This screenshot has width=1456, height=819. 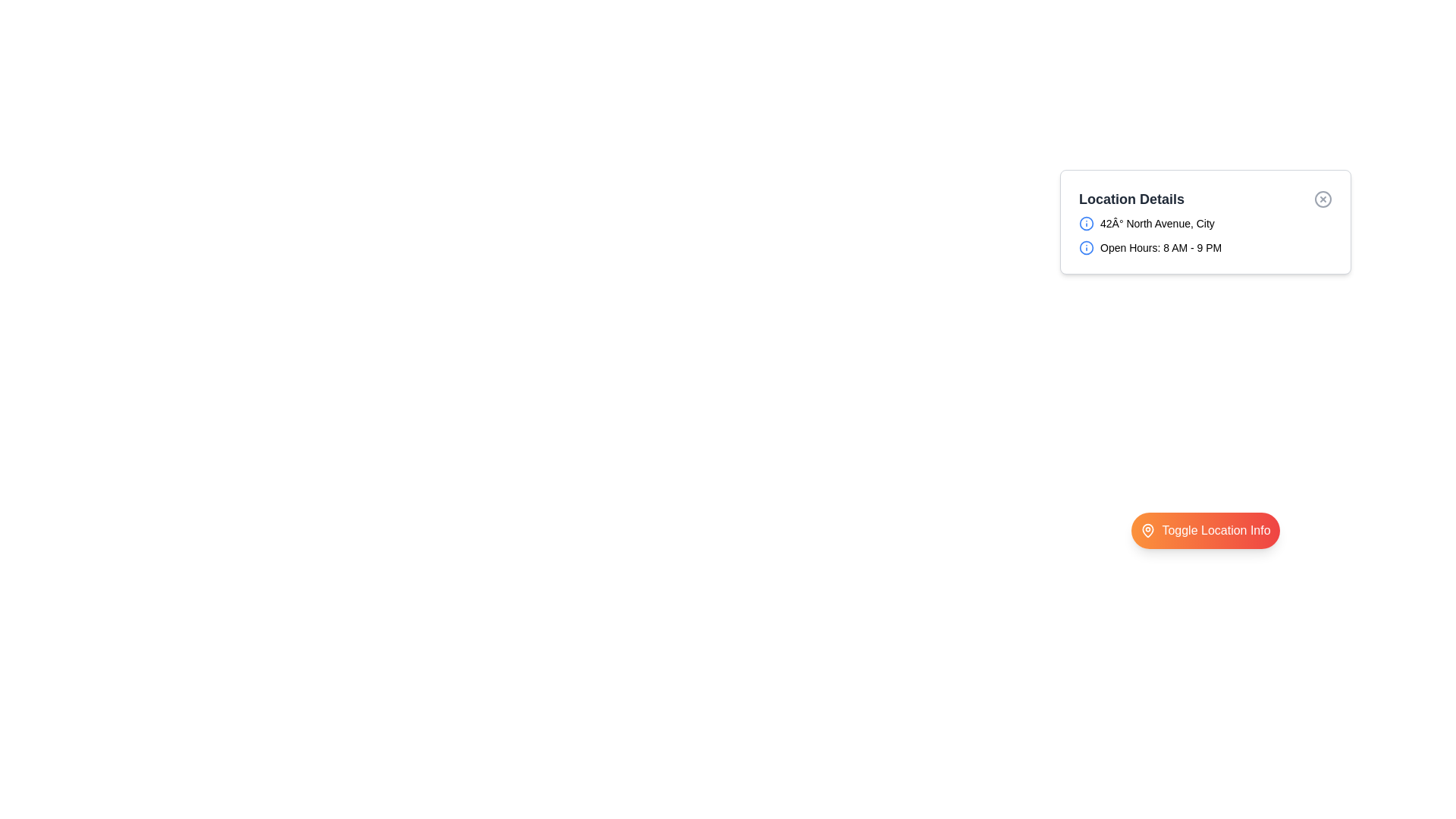 What do you see at coordinates (1204, 223) in the screenshot?
I see `the text display showing the address in the 'Location Details' card, which is positioned in the upper half of the interface` at bounding box center [1204, 223].